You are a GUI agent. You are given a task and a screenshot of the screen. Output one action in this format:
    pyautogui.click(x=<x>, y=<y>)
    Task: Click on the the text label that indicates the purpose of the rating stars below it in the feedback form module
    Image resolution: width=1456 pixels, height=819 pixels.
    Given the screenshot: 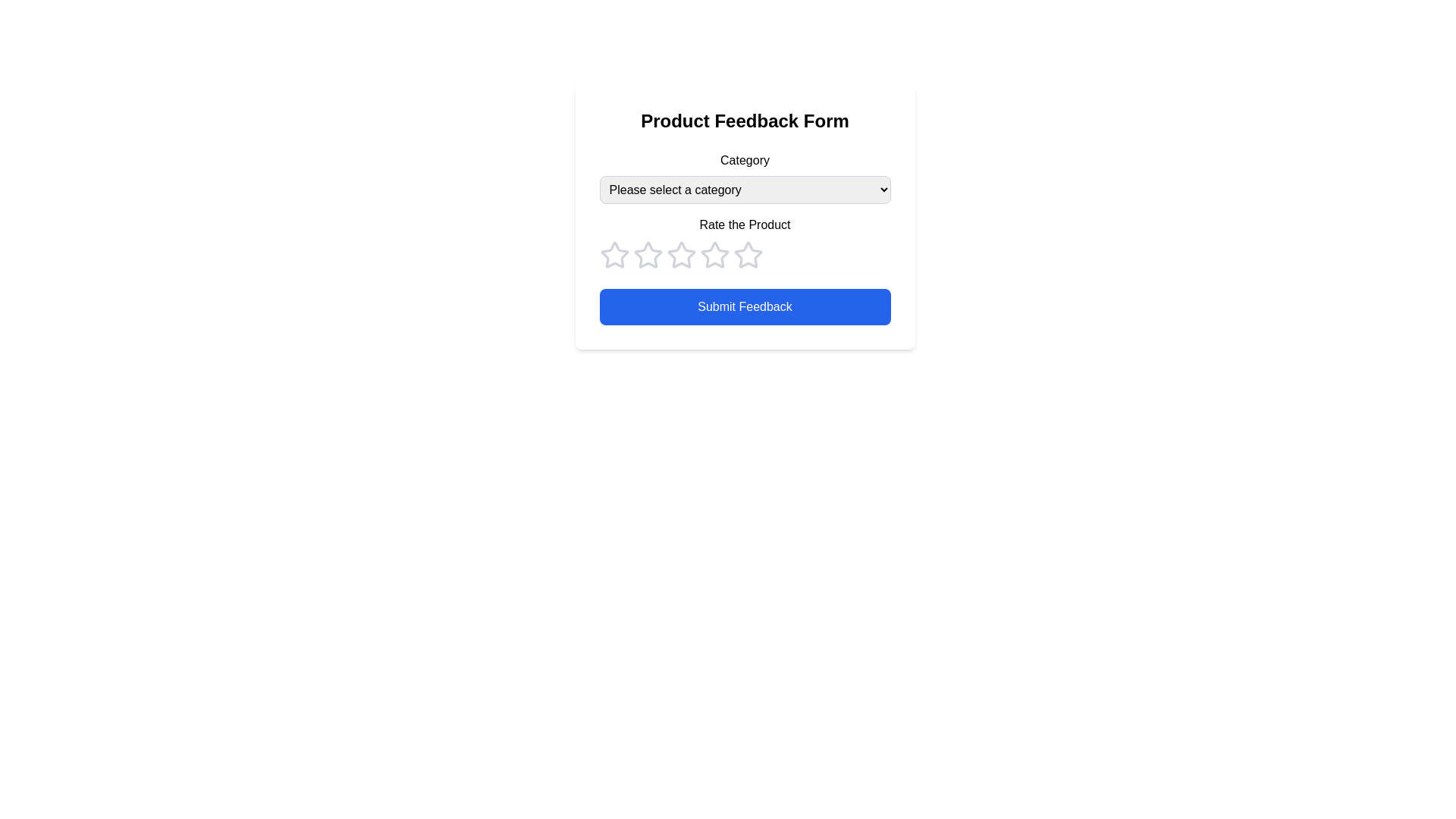 What is the action you would take?
    pyautogui.click(x=745, y=225)
    